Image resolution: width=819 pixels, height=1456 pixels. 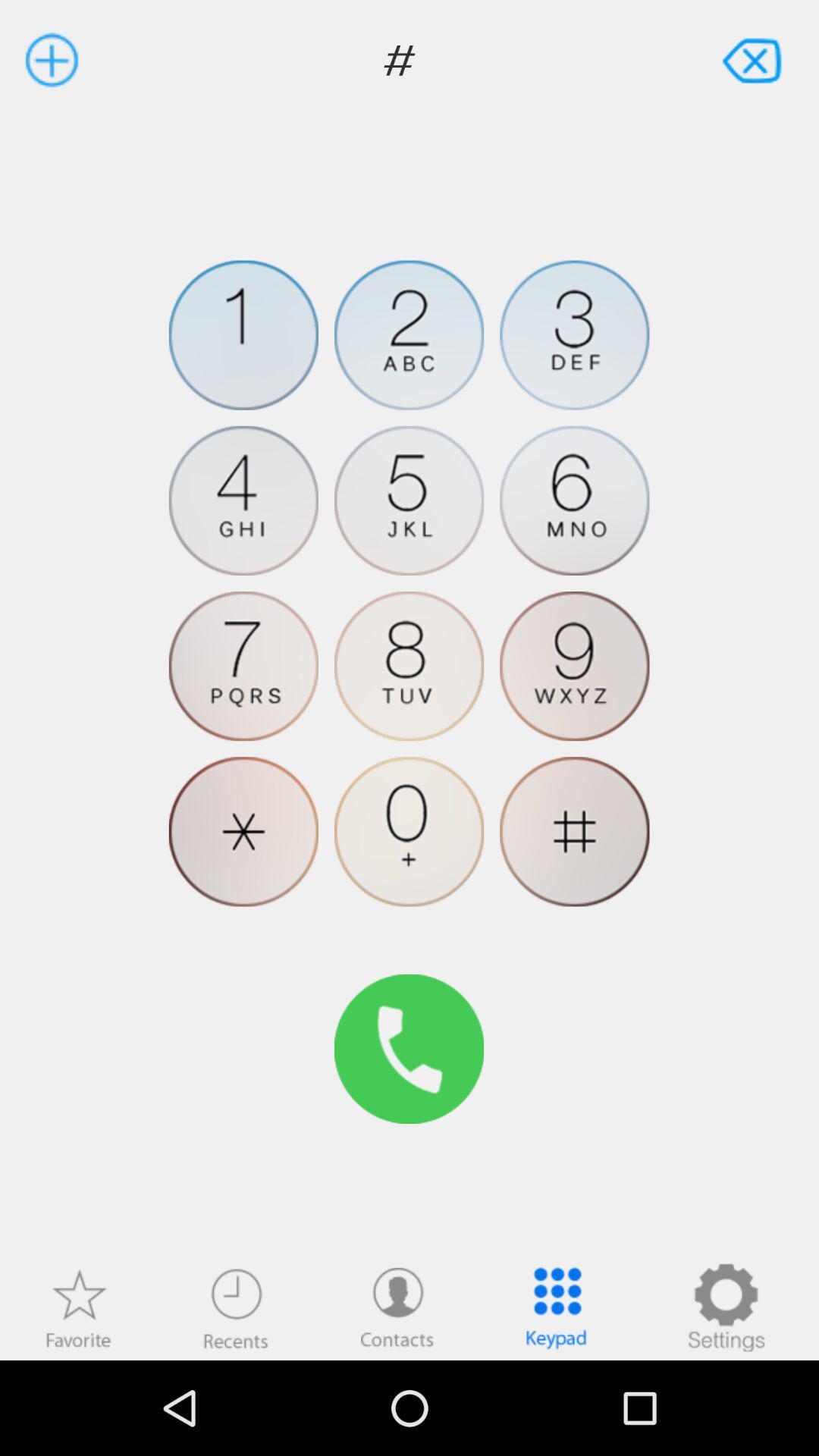 I want to click on zero button, so click(x=408, y=830).